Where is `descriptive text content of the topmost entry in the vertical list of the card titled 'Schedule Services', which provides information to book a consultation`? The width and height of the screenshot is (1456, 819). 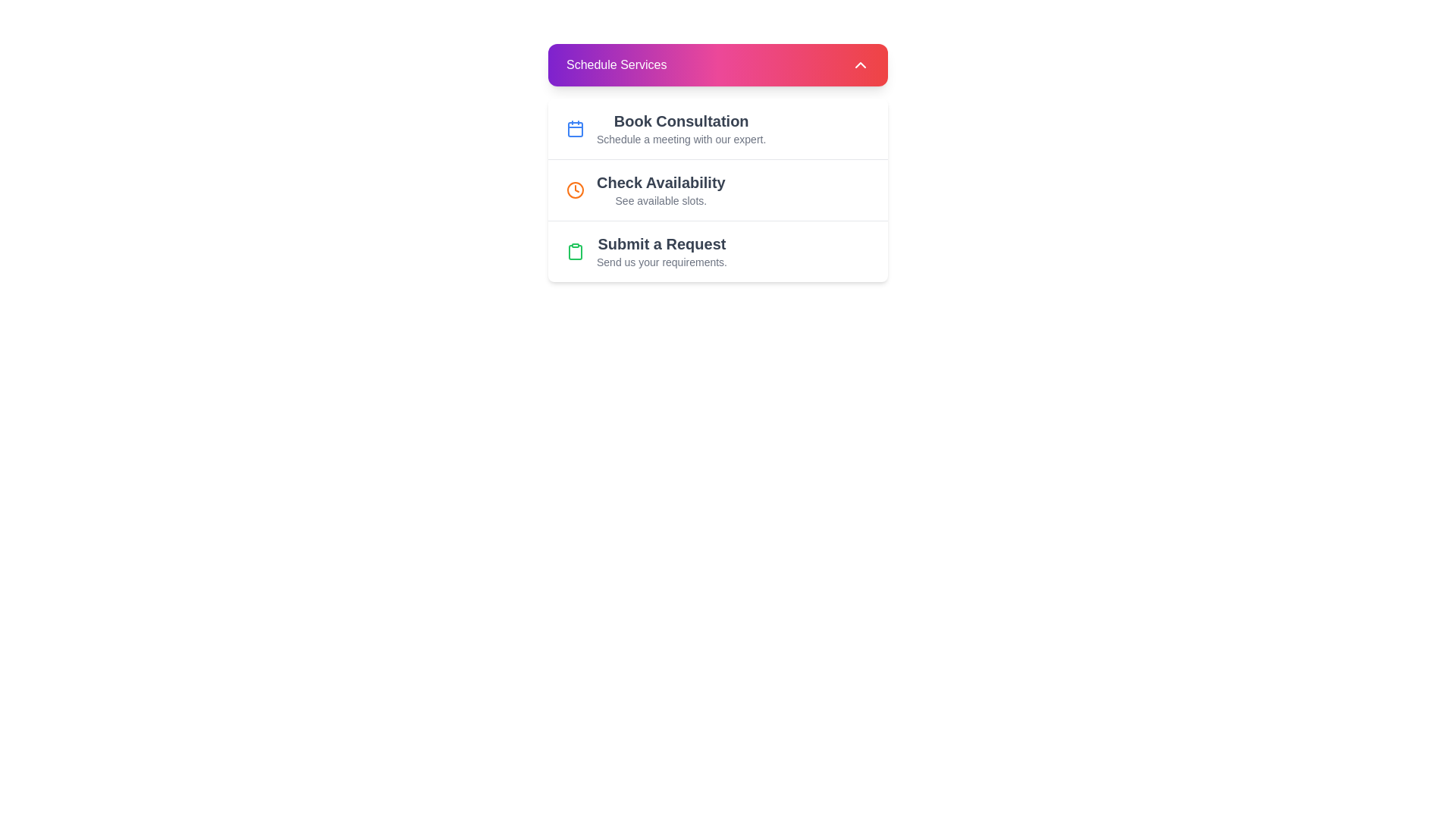
descriptive text content of the topmost entry in the vertical list of the card titled 'Schedule Services', which provides information to book a consultation is located at coordinates (680, 127).